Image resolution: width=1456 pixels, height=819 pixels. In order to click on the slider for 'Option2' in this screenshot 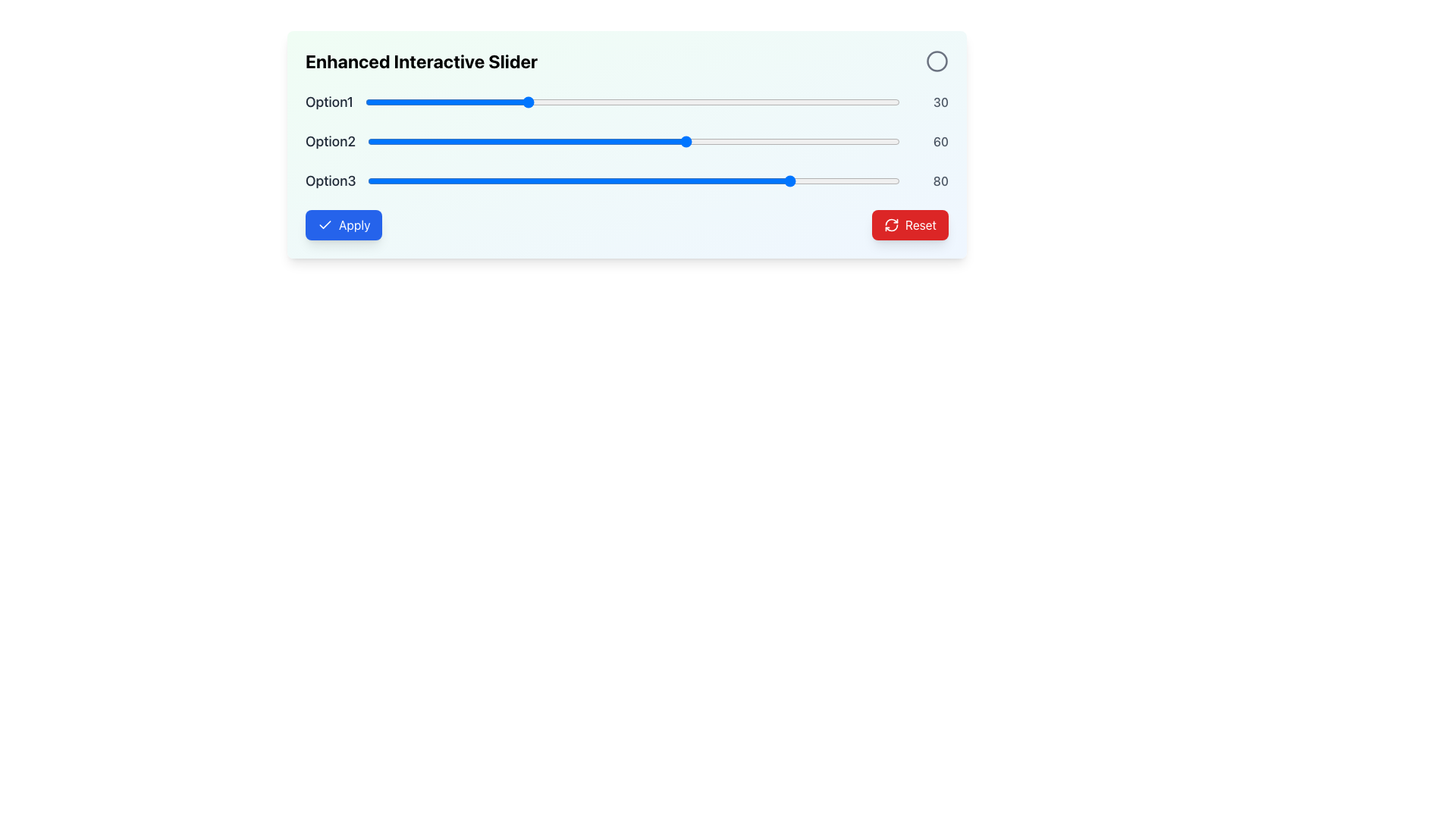, I will do `click(655, 141)`.